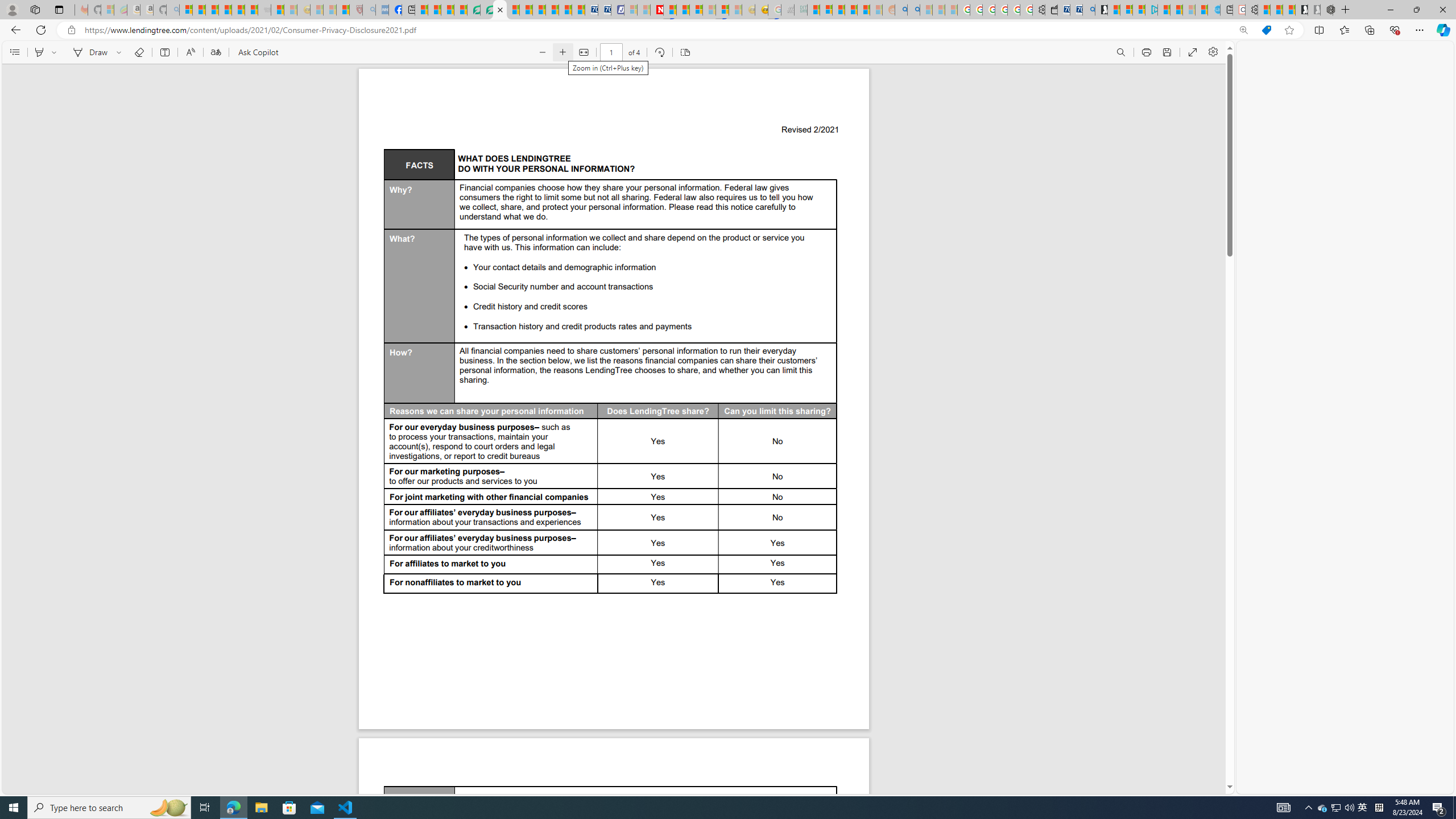 Image resolution: width=1456 pixels, height=819 pixels. What do you see at coordinates (257, 52) in the screenshot?
I see `'Ask Copilot'` at bounding box center [257, 52].